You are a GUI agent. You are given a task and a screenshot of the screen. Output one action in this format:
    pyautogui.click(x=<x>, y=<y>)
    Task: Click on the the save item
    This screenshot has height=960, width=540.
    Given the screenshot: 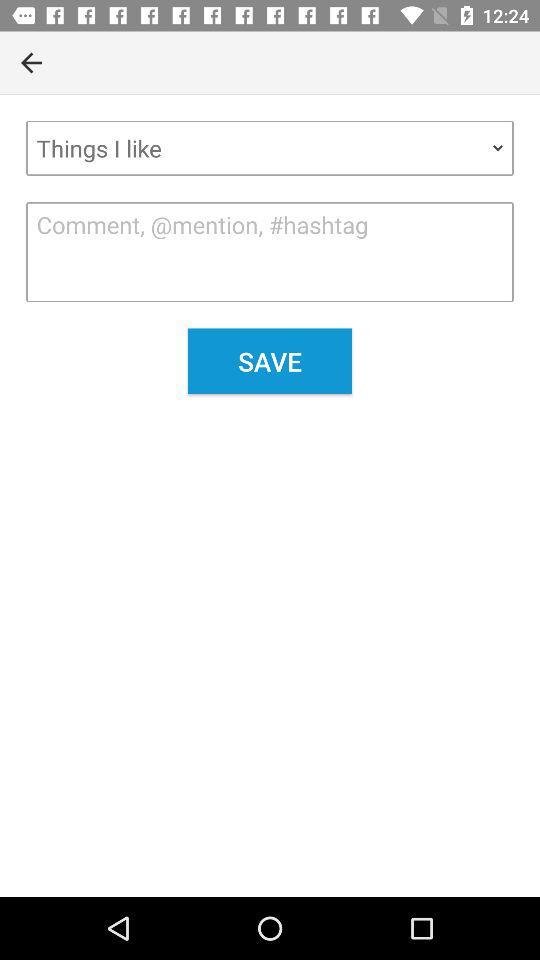 What is the action you would take?
    pyautogui.click(x=270, y=360)
    